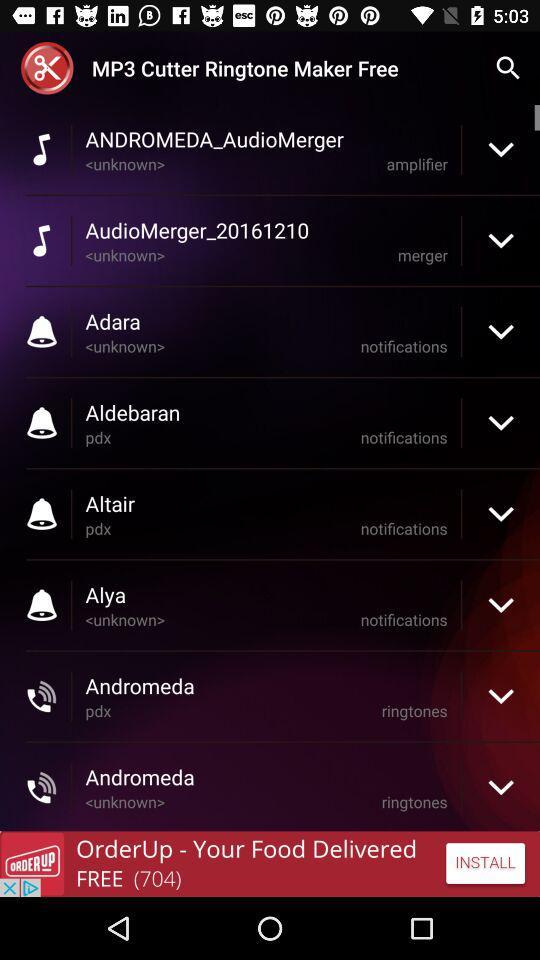 This screenshot has height=960, width=540. Describe the element at coordinates (270, 863) in the screenshot. I see `sponsored content` at that location.